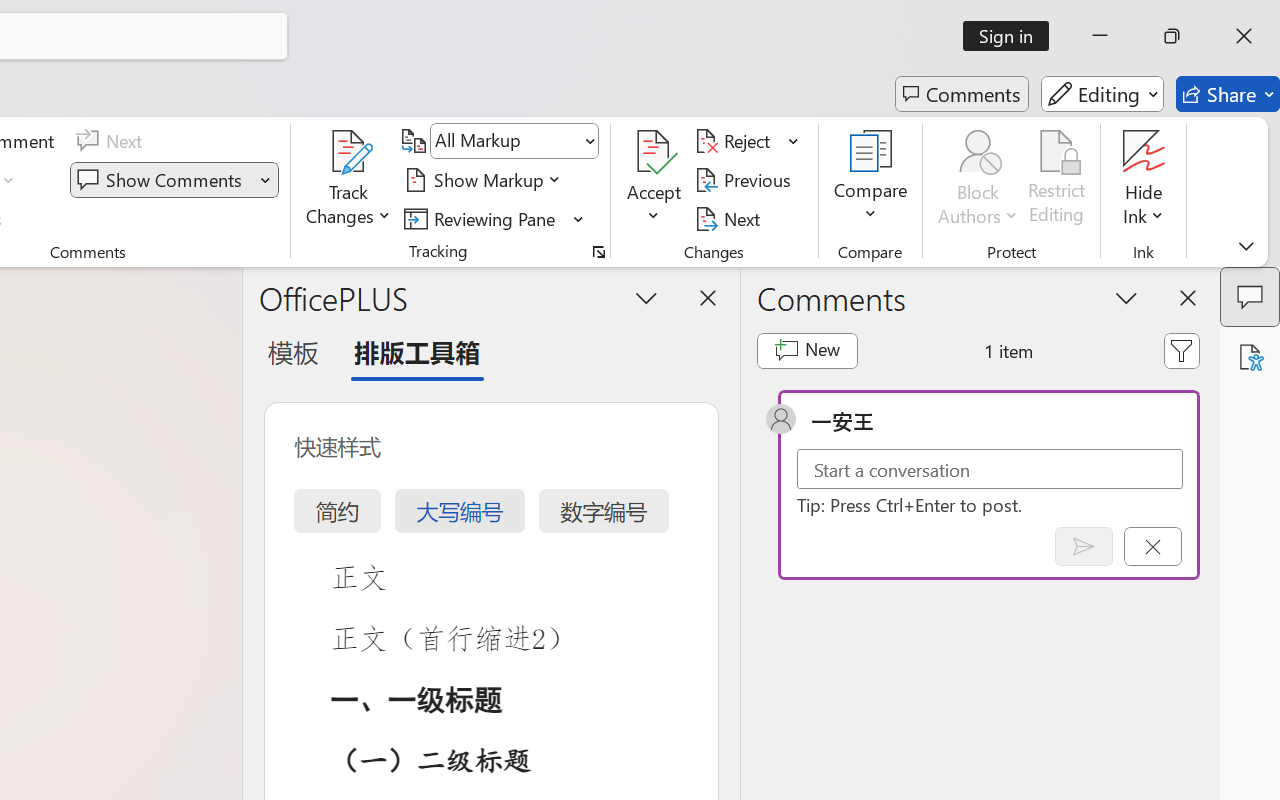 This screenshot has height=800, width=1280. Describe the element at coordinates (1101, 94) in the screenshot. I see `'Editing'` at that location.